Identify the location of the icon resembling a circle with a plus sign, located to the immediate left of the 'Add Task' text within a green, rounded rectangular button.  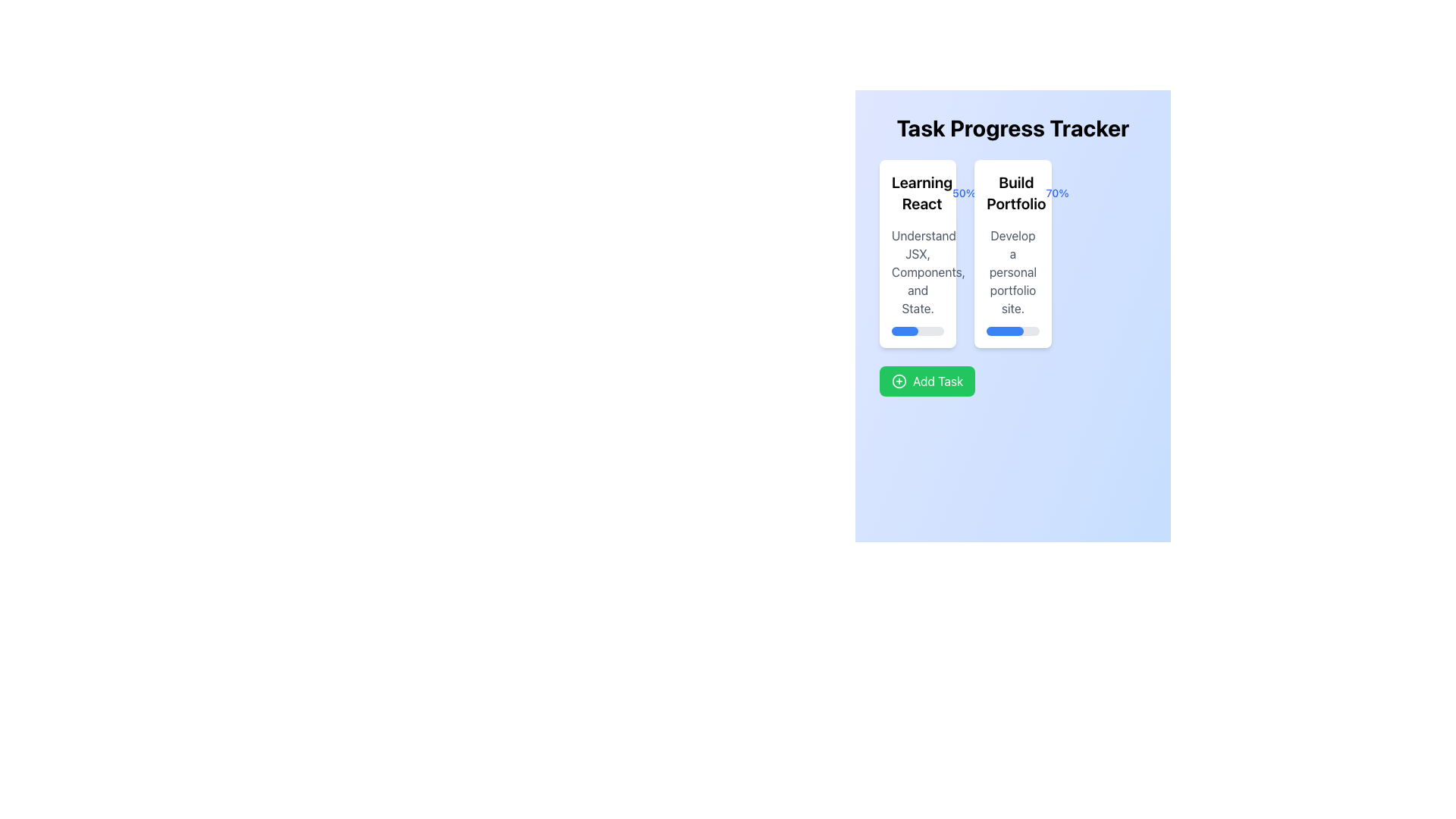
(899, 380).